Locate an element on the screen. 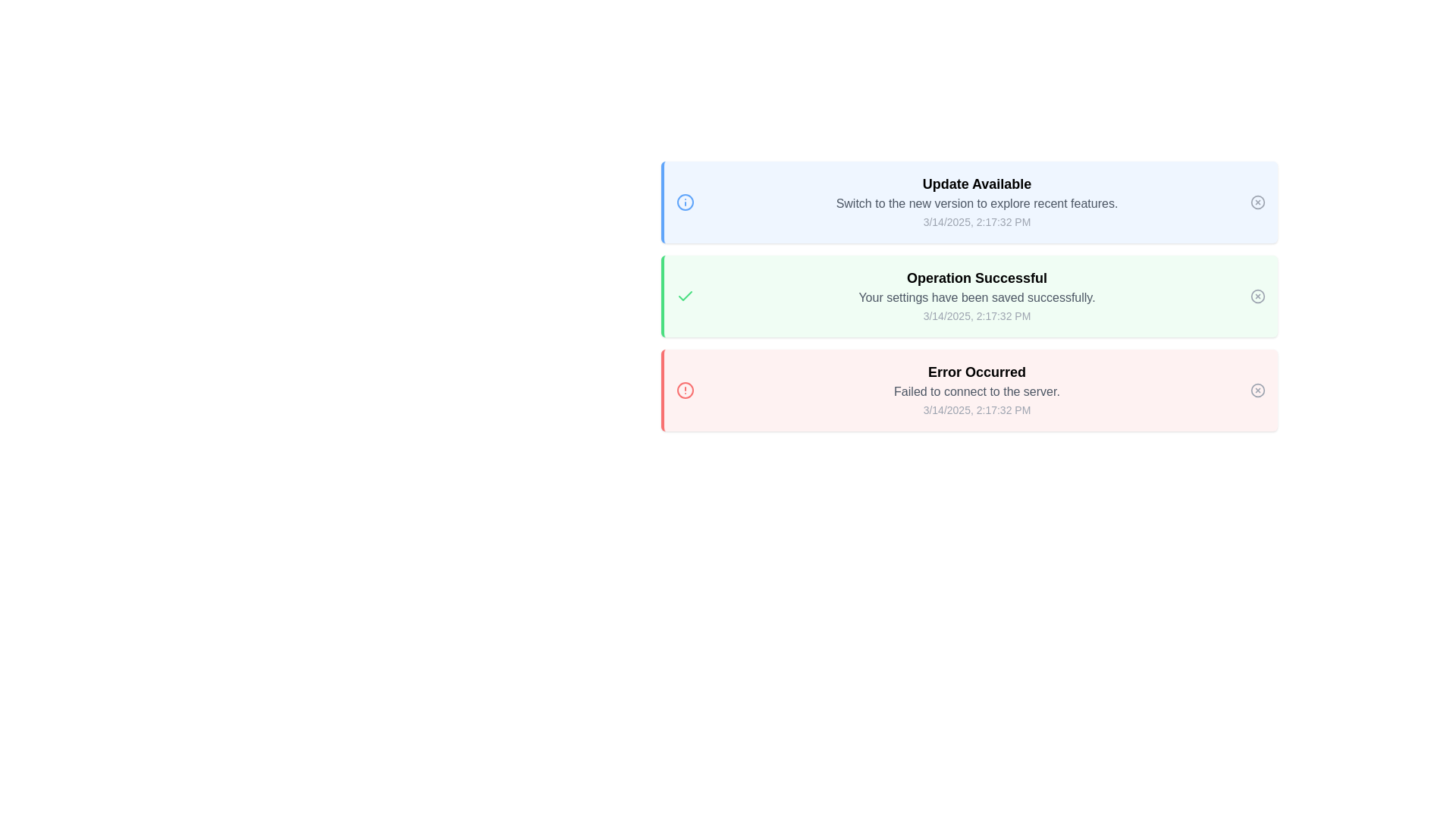 The height and width of the screenshot is (819, 1456). timestamp text displayed at the bottom of the notification box, which indicates when the notification was created or last updated is located at coordinates (977, 222).